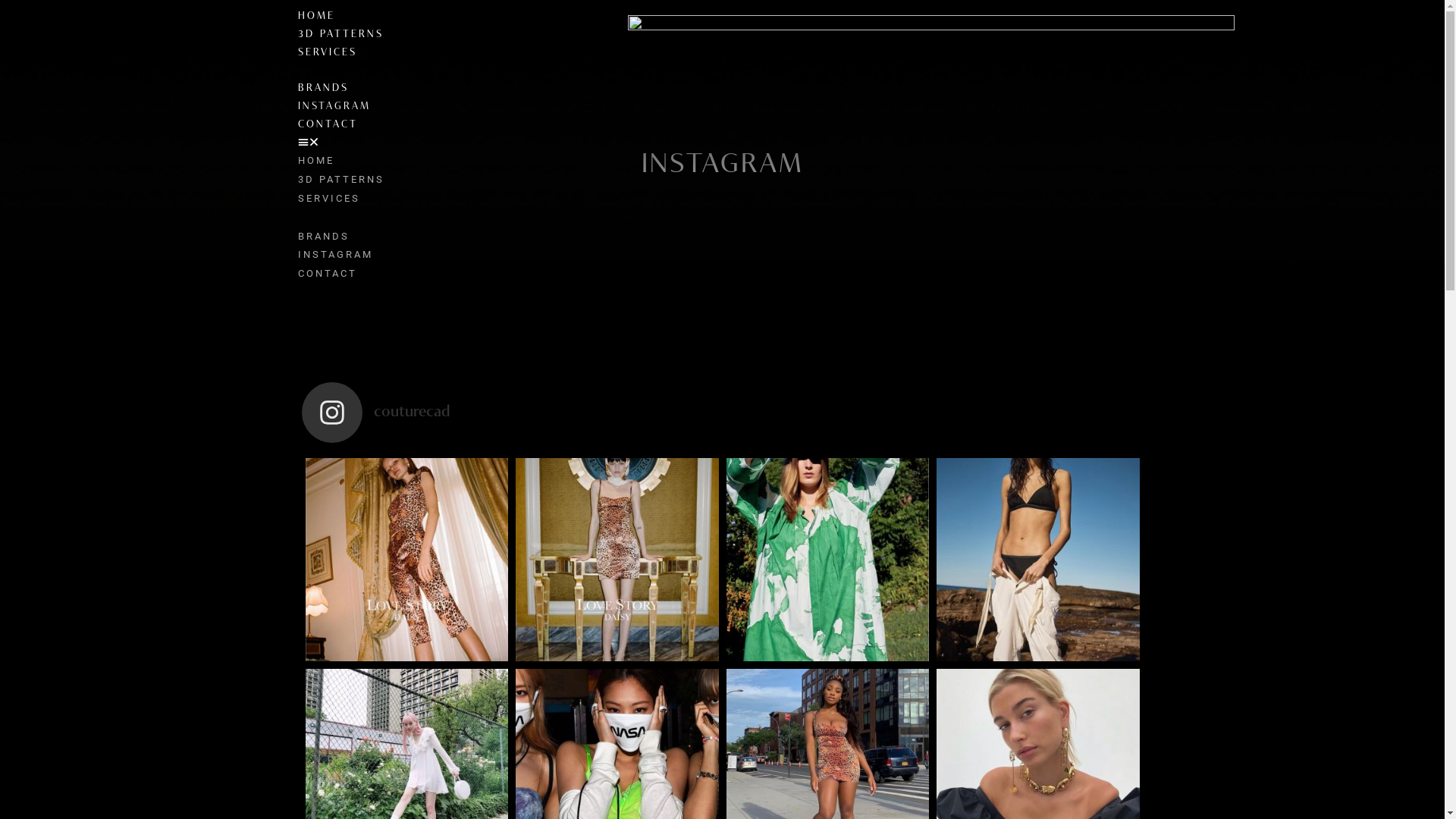 The width and height of the screenshot is (1456, 819). I want to click on 'HOME', so click(315, 16).